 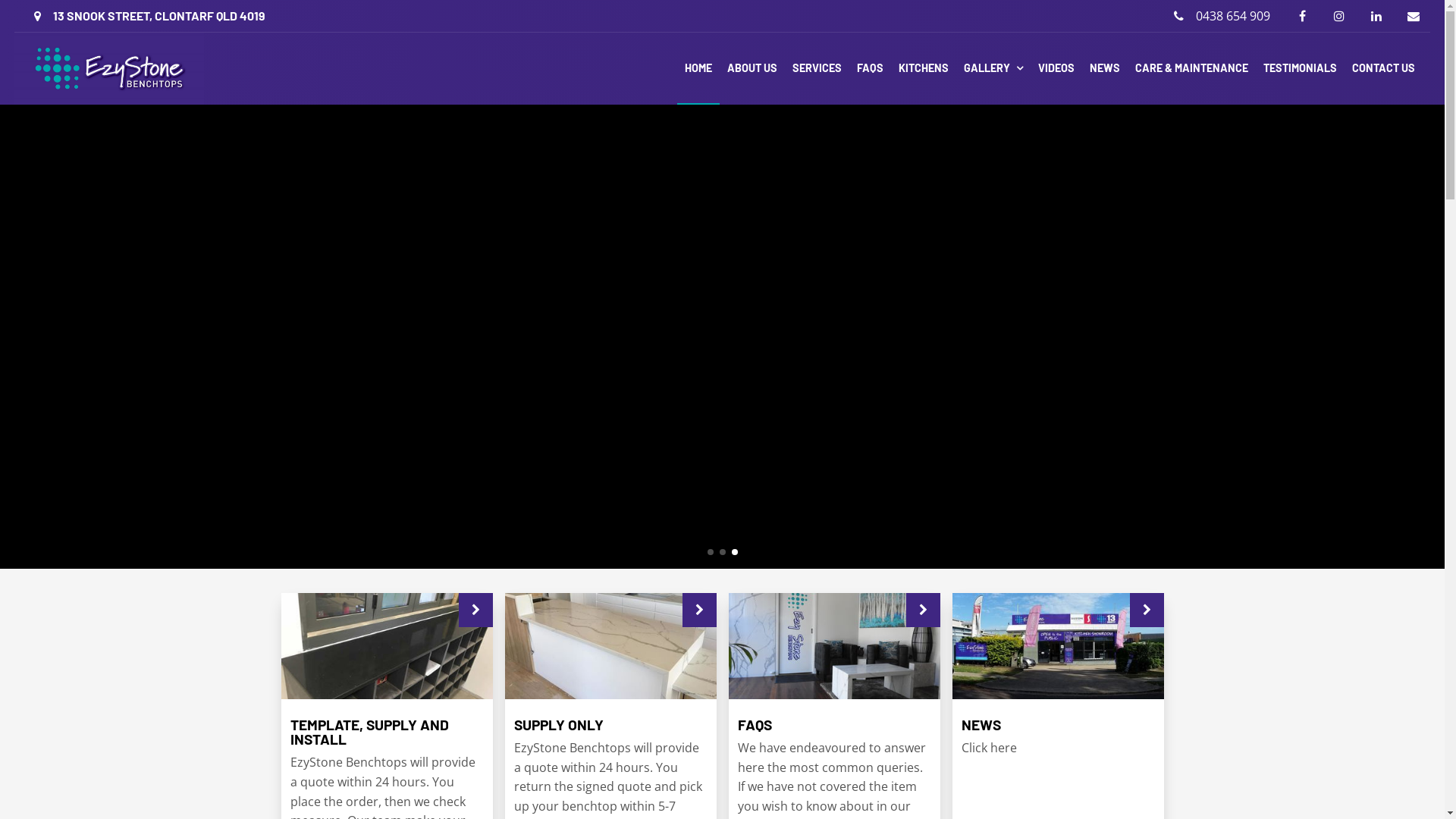 What do you see at coordinates (752, 68) in the screenshot?
I see `'ABOUT US'` at bounding box center [752, 68].